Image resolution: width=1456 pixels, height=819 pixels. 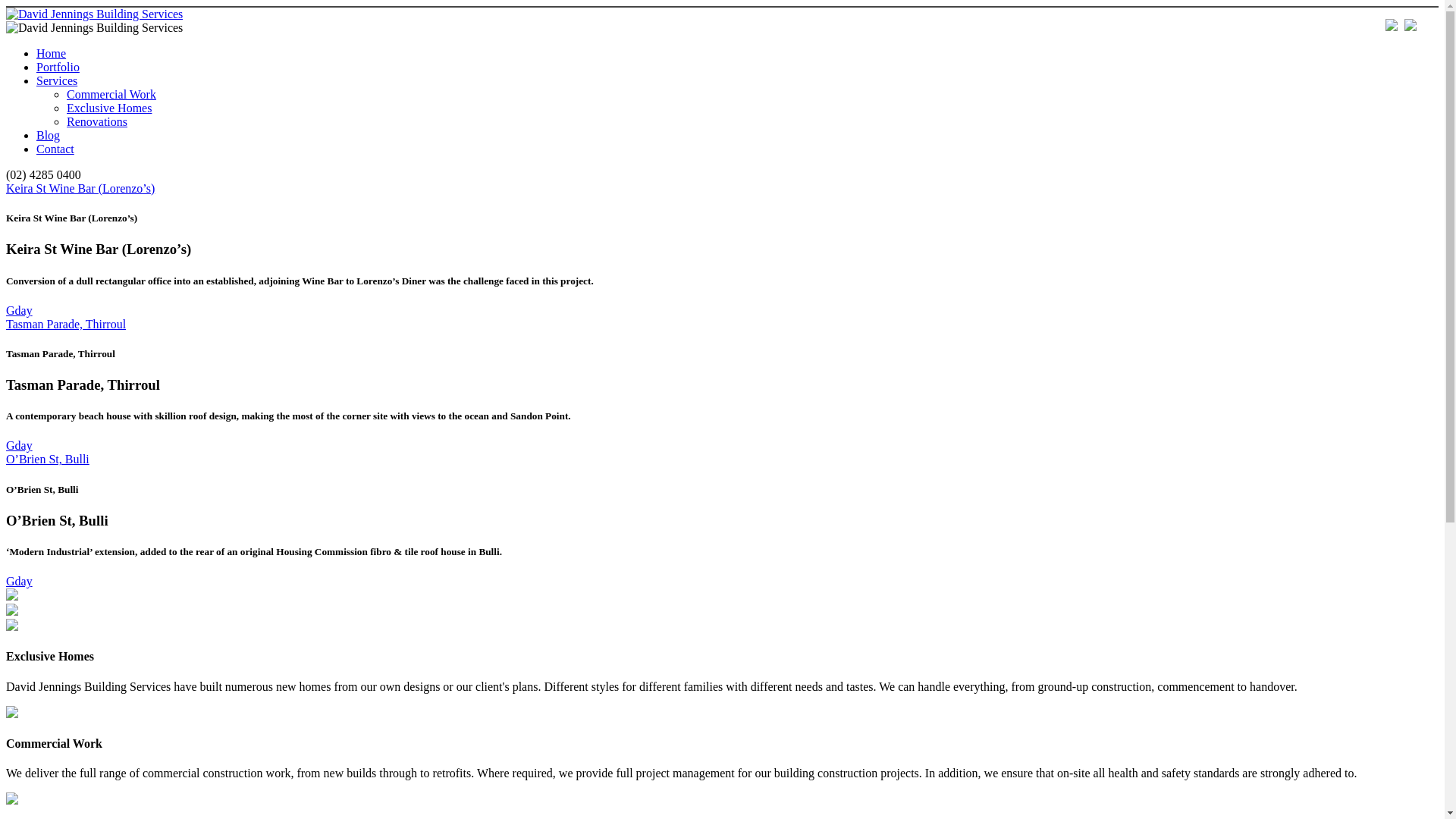 I want to click on 'Renovations', so click(x=96, y=121).